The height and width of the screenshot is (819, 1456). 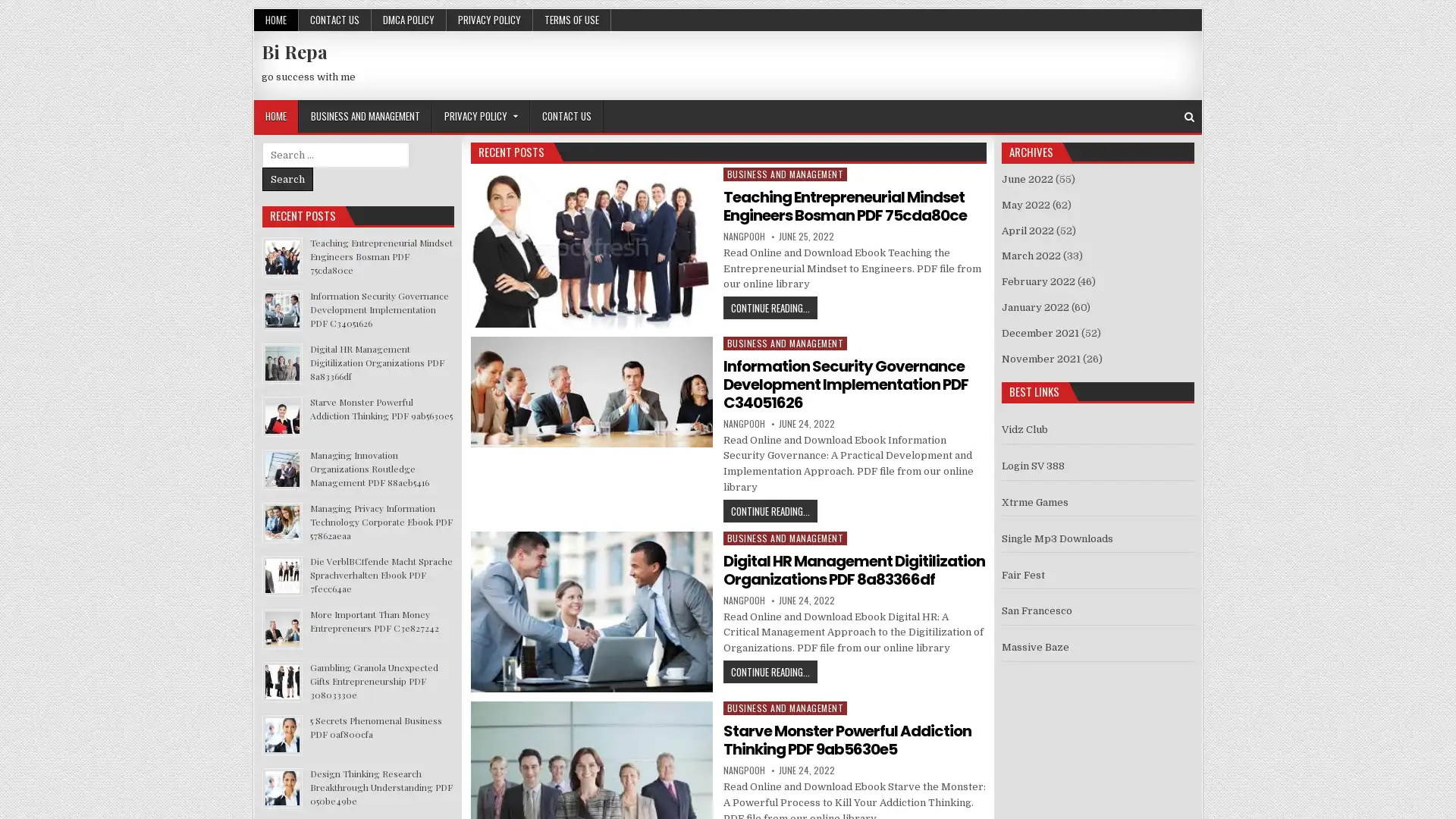 What do you see at coordinates (287, 178) in the screenshot?
I see `Search` at bounding box center [287, 178].